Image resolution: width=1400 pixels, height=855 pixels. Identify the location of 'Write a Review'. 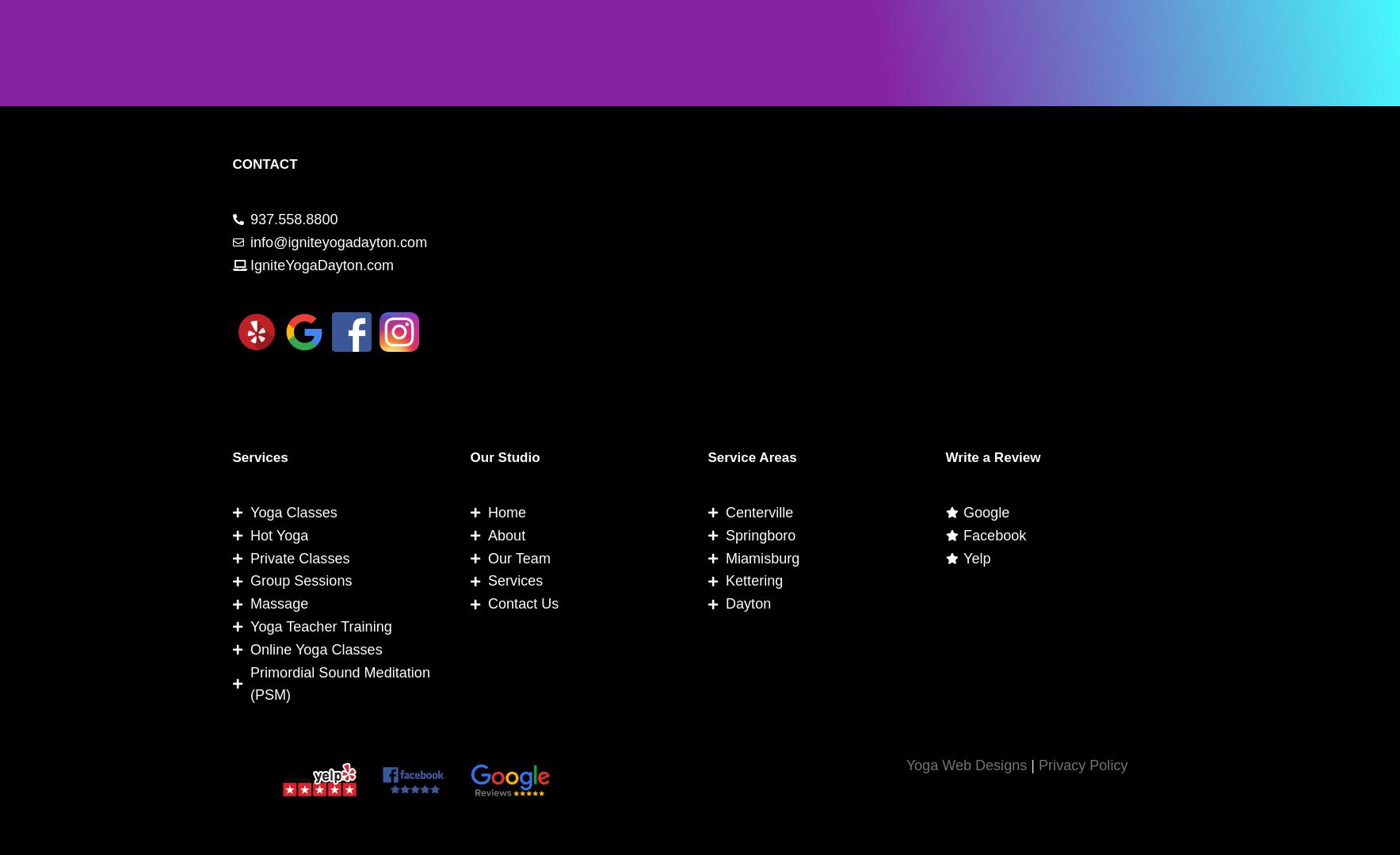
(991, 456).